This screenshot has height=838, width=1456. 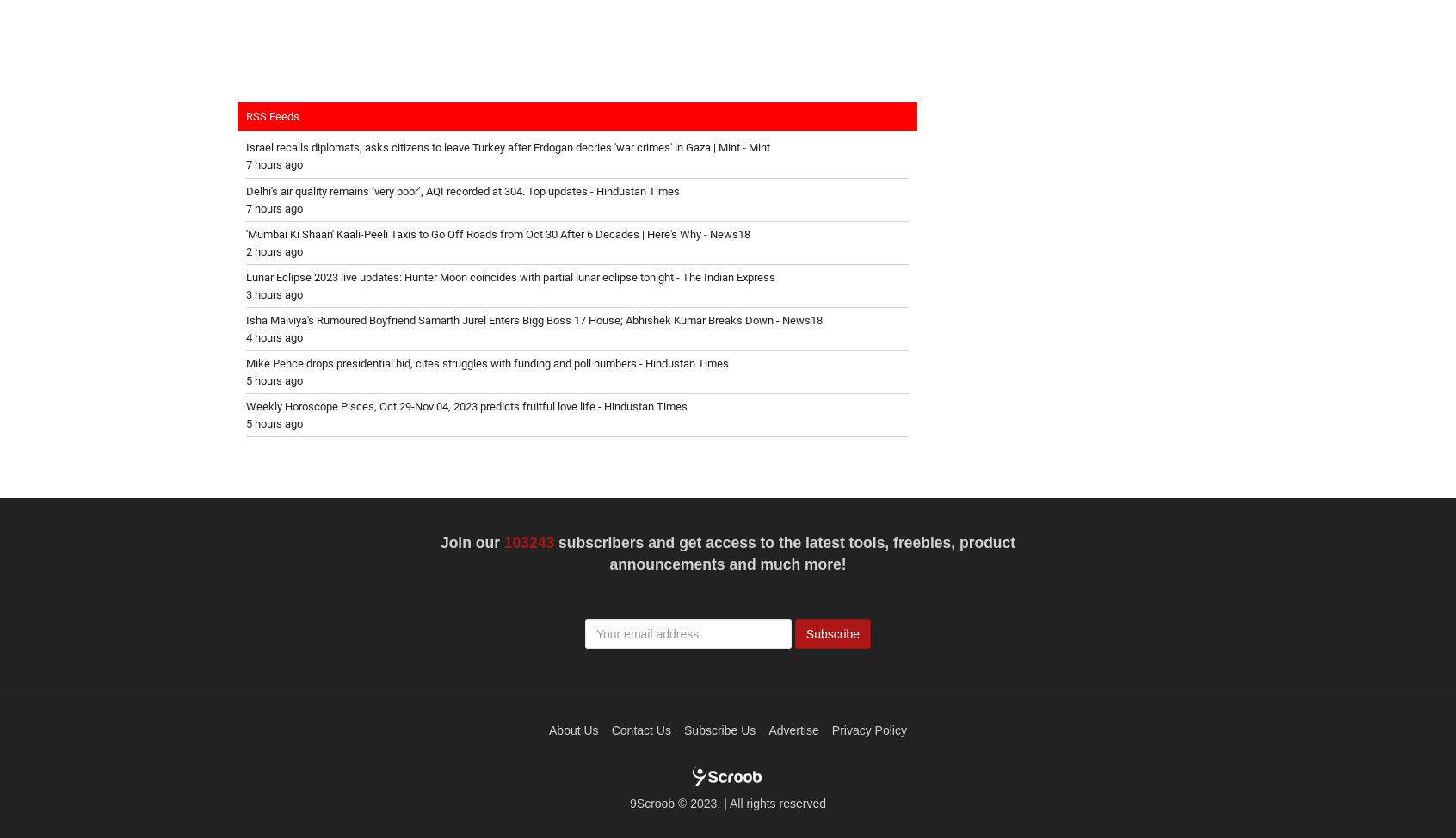 What do you see at coordinates (244, 250) in the screenshot?
I see `'2 hours ago'` at bounding box center [244, 250].